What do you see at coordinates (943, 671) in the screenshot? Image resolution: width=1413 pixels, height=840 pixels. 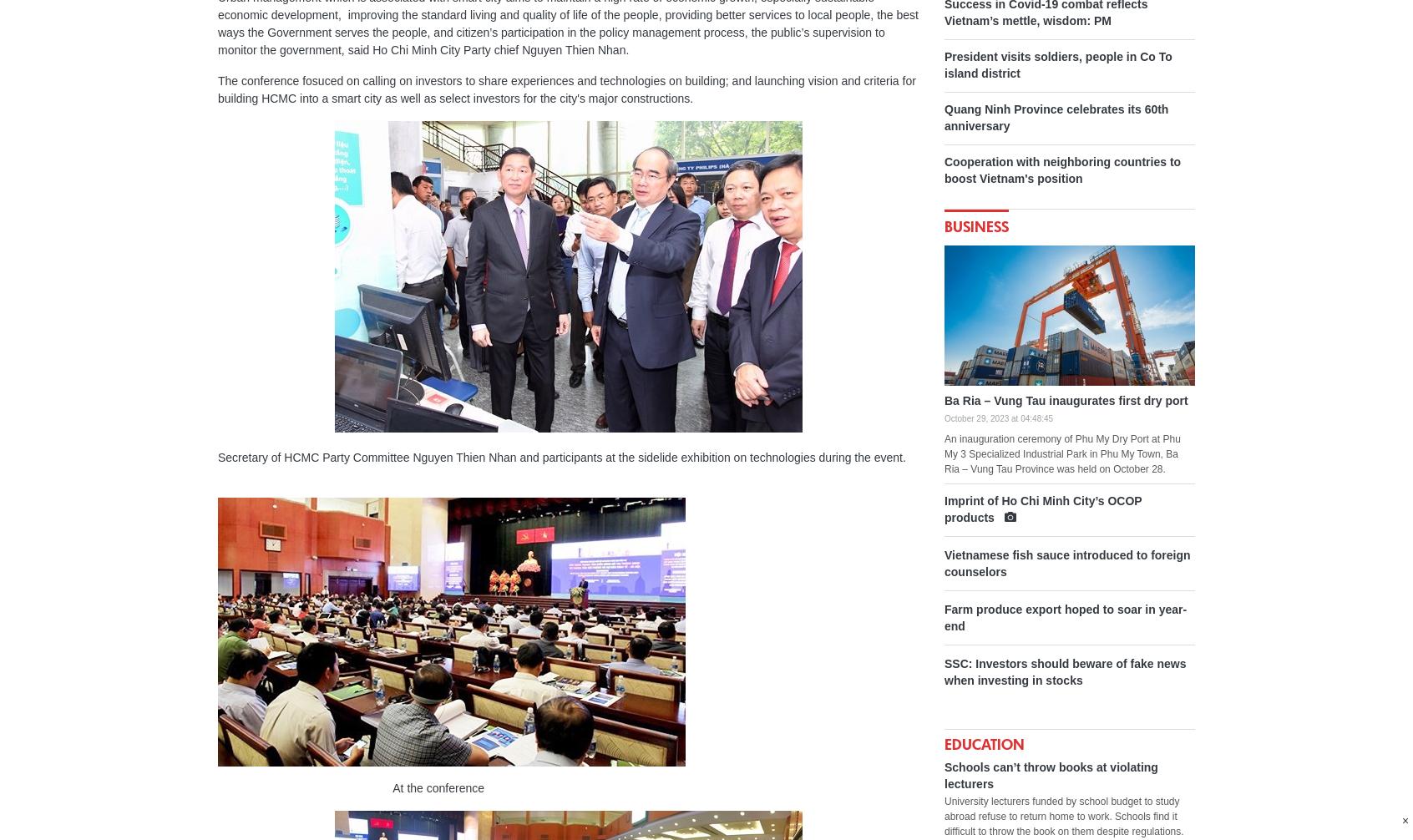 I see `'SSC: Investors should beware of fake news when investing in stocks'` at bounding box center [943, 671].